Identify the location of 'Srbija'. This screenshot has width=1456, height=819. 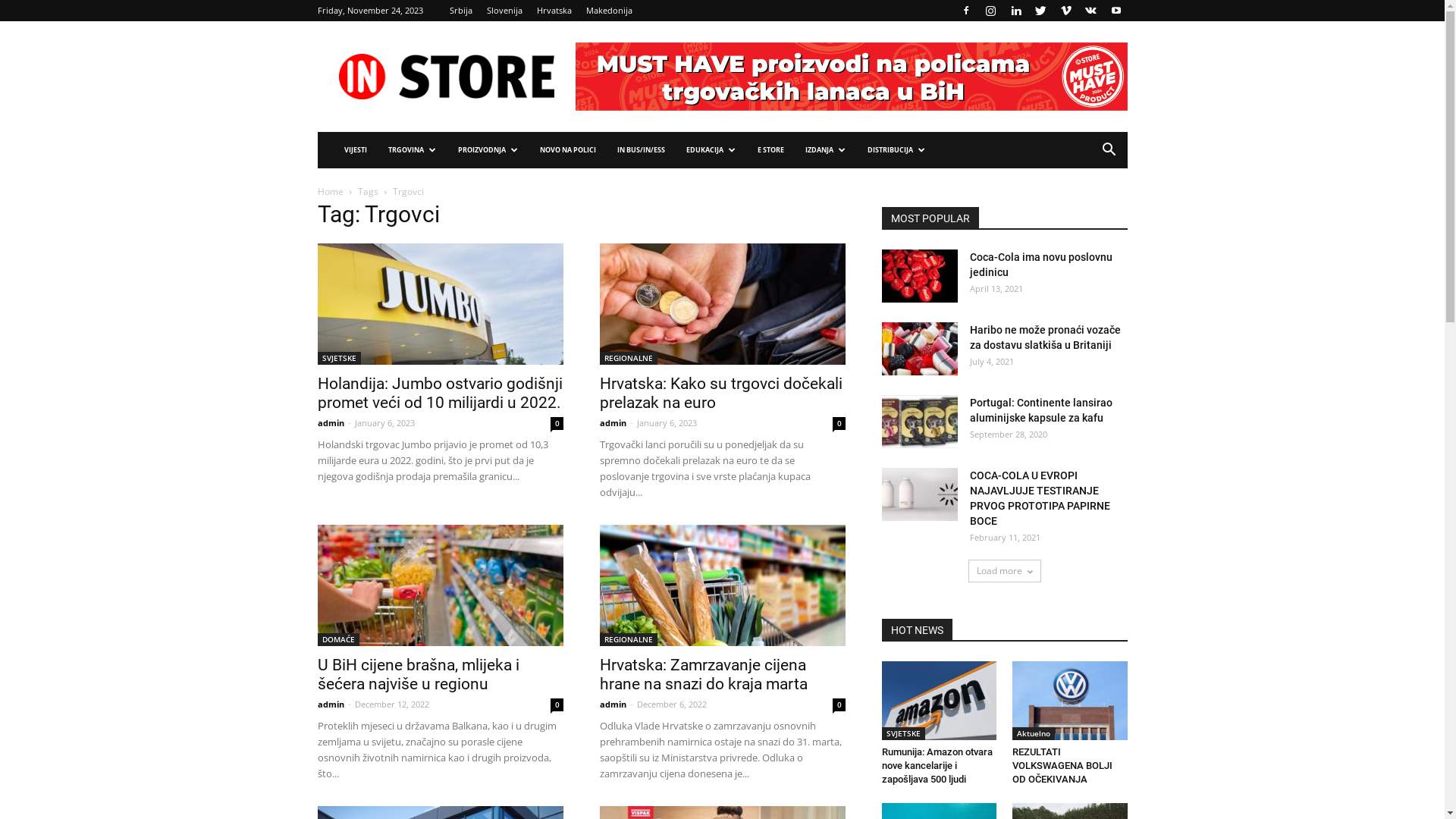
(459, 10).